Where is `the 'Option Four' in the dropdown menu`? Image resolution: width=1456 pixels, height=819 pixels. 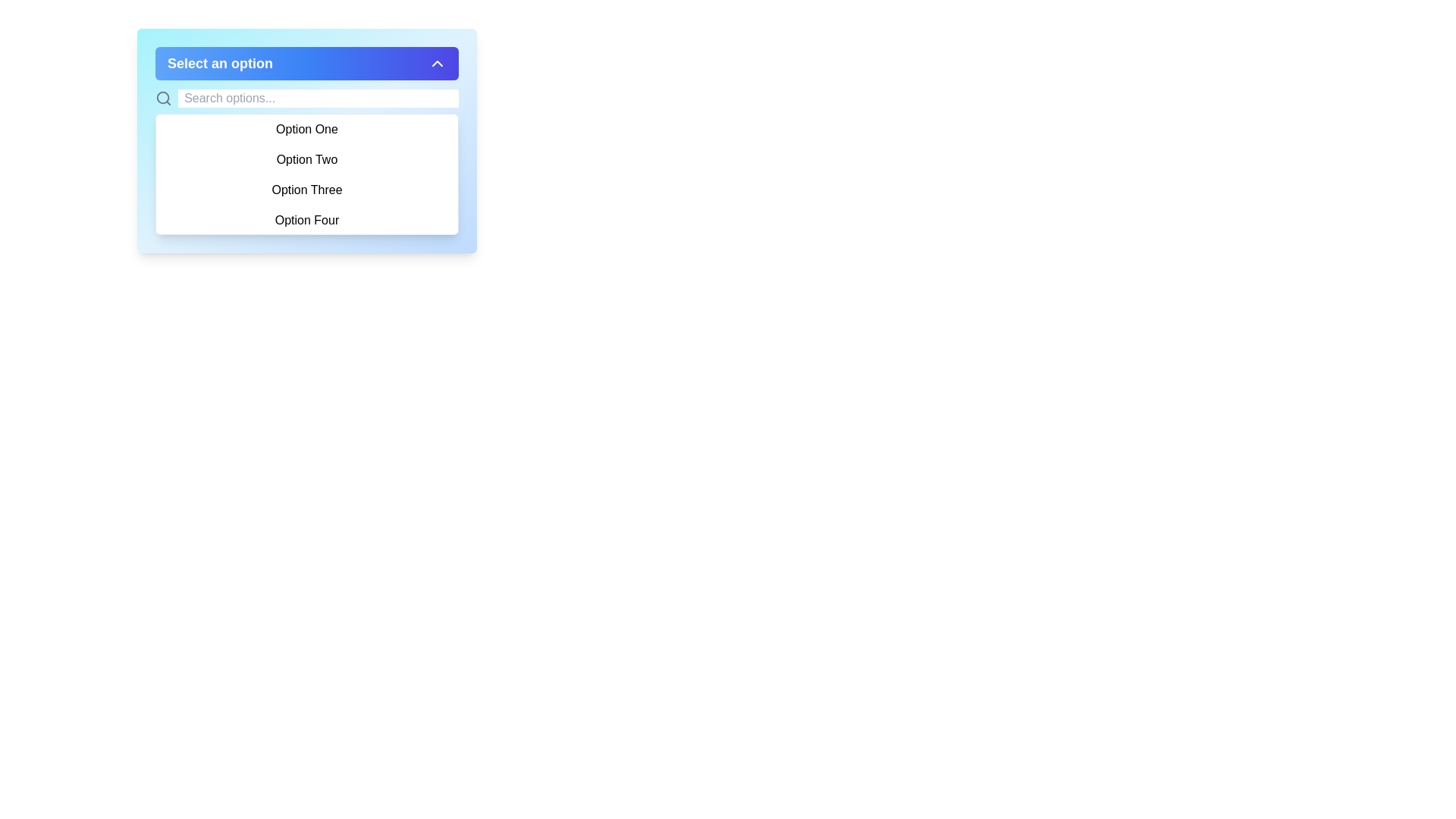 the 'Option Four' in the dropdown menu is located at coordinates (306, 220).